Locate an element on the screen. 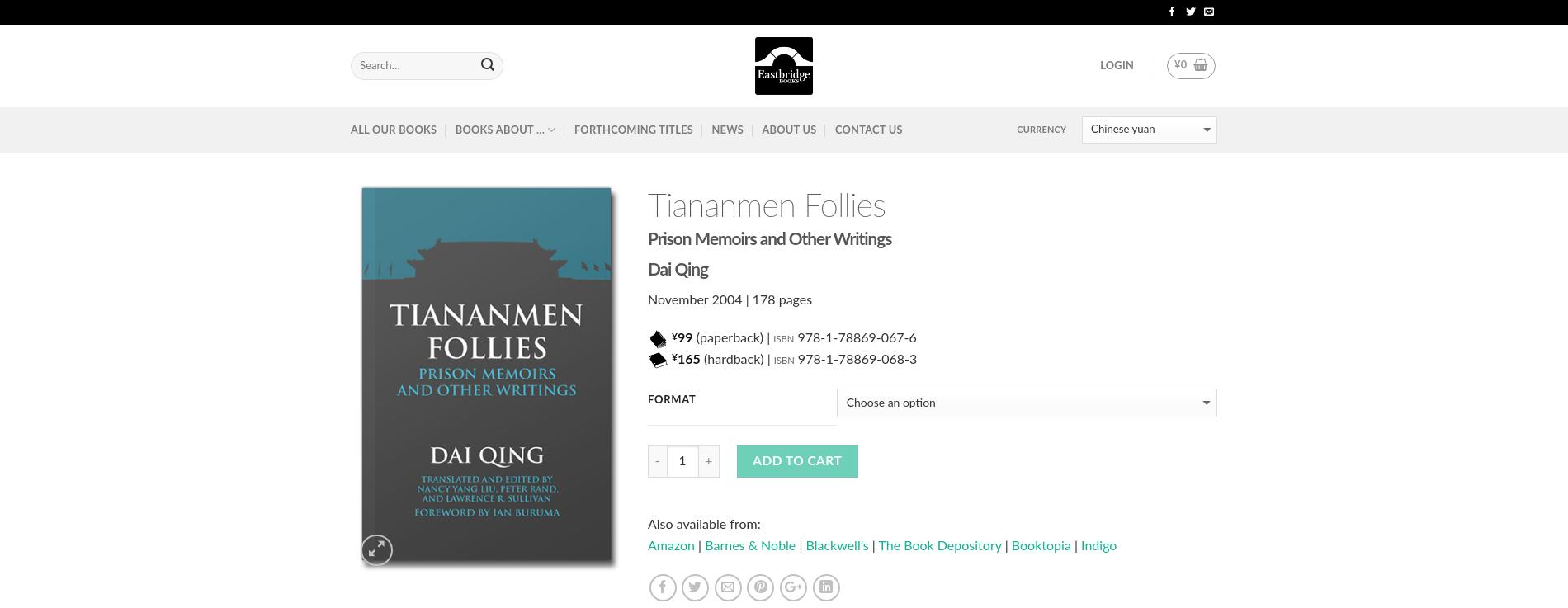 The image size is (1568, 608). '(hardback) |' is located at coordinates (735, 357).